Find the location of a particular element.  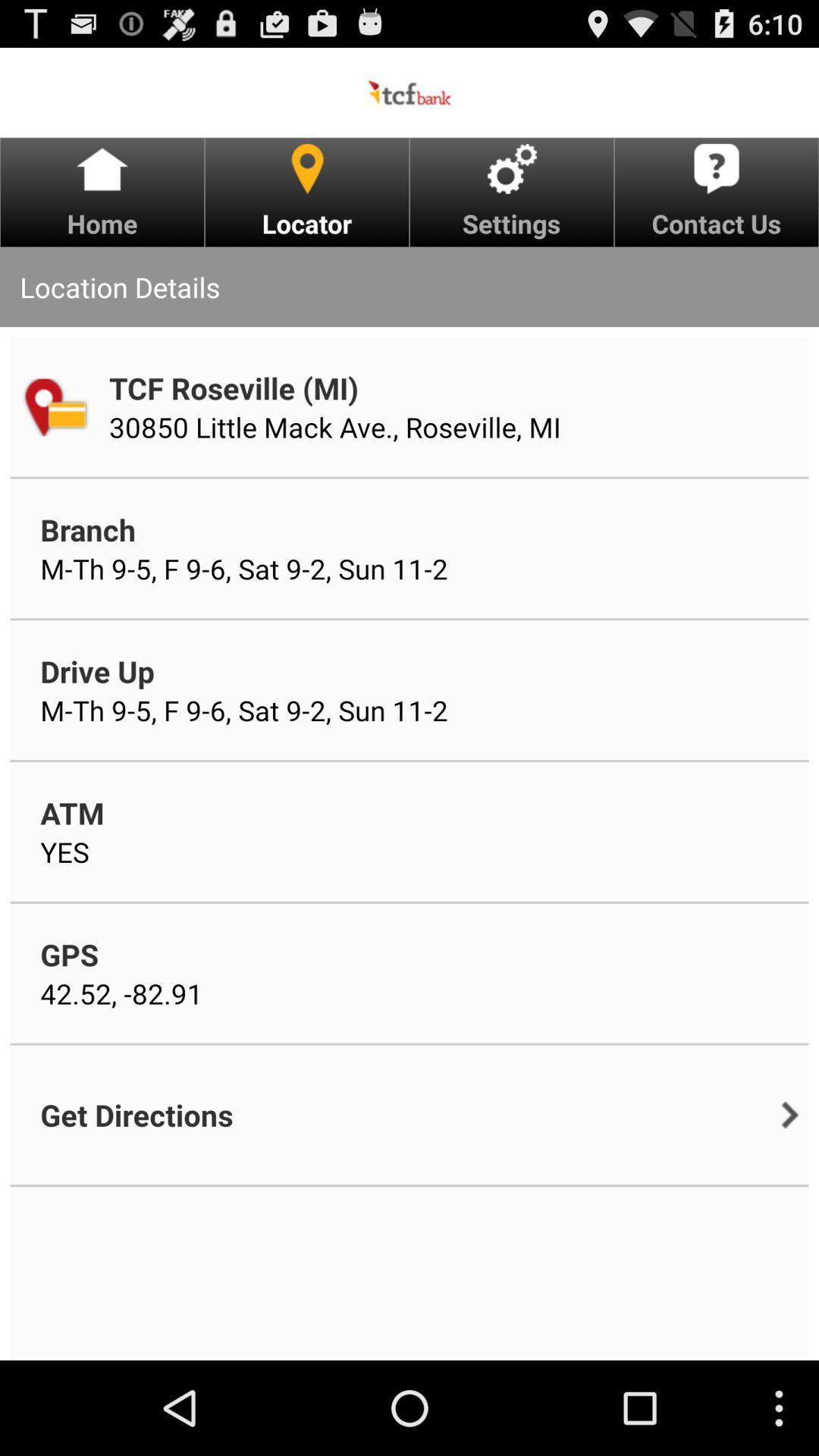

the get directions icon is located at coordinates (136, 1115).